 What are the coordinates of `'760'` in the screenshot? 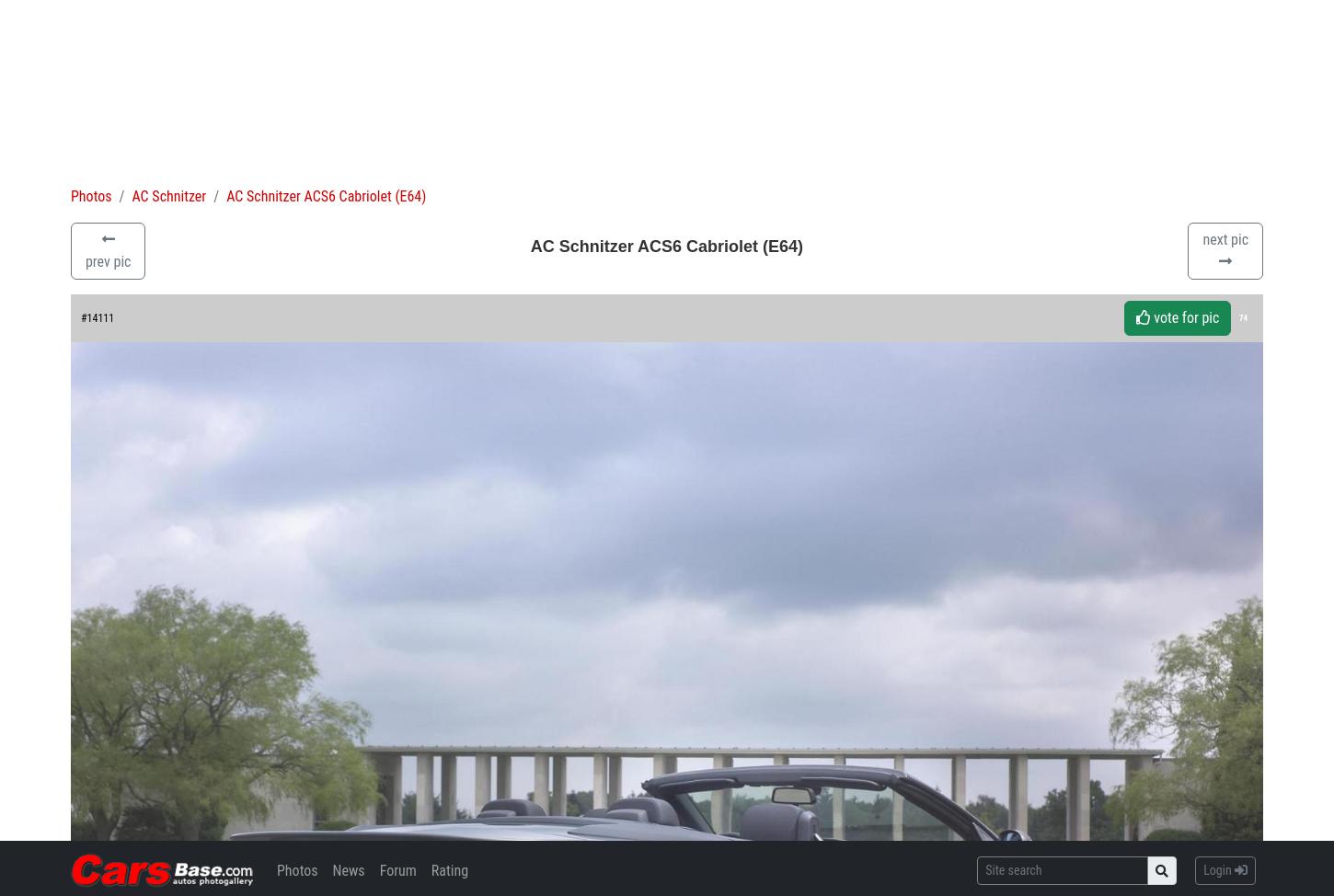 It's located at (1223, 736).